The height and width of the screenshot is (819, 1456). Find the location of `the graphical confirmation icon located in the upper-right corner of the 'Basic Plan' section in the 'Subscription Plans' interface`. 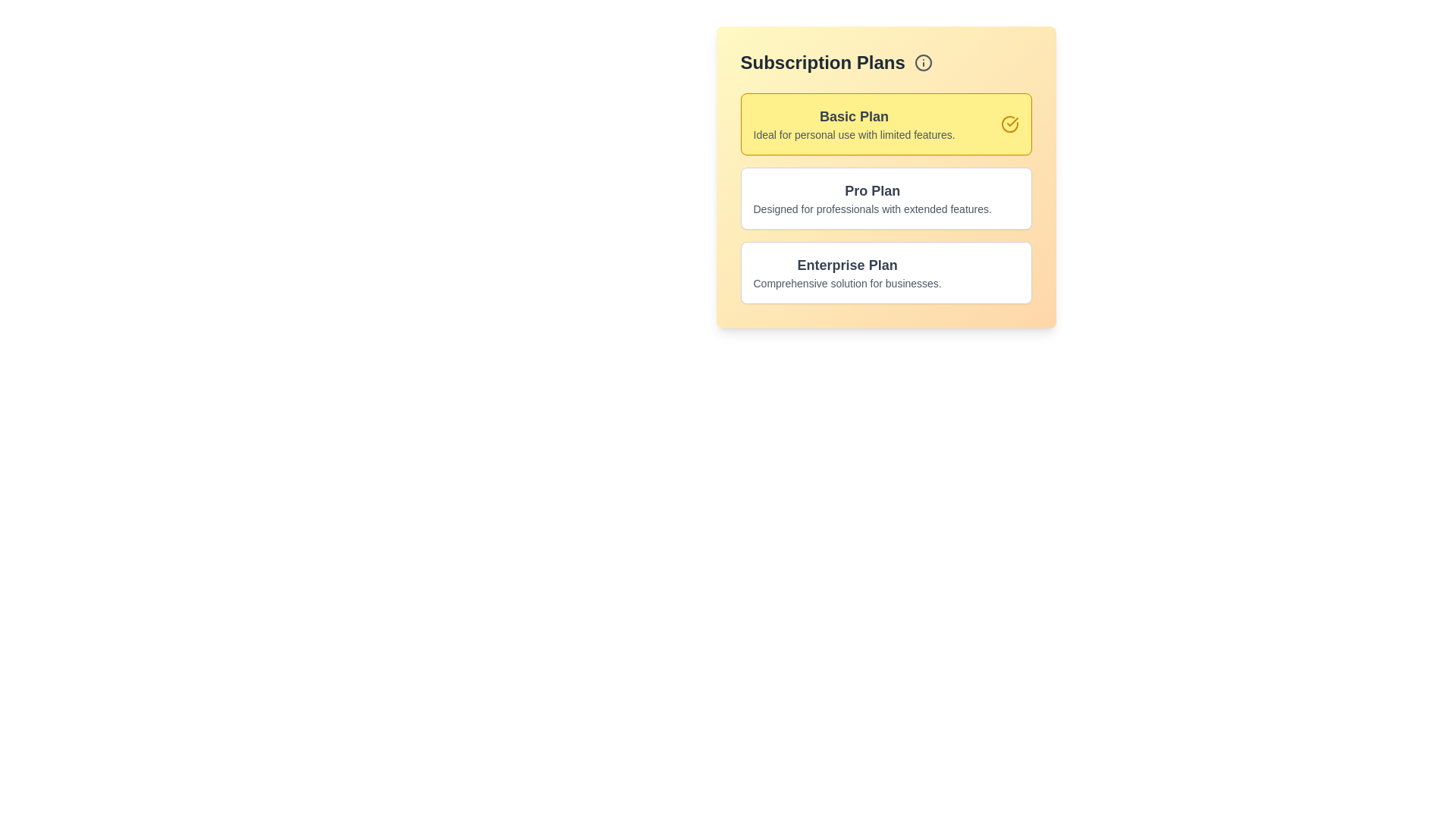

the graphical confirmation icon located in the upper-right corner of the 'Basic Plan' section in the 'Subscription Plans' interface is located at coordinates (1009, 124).